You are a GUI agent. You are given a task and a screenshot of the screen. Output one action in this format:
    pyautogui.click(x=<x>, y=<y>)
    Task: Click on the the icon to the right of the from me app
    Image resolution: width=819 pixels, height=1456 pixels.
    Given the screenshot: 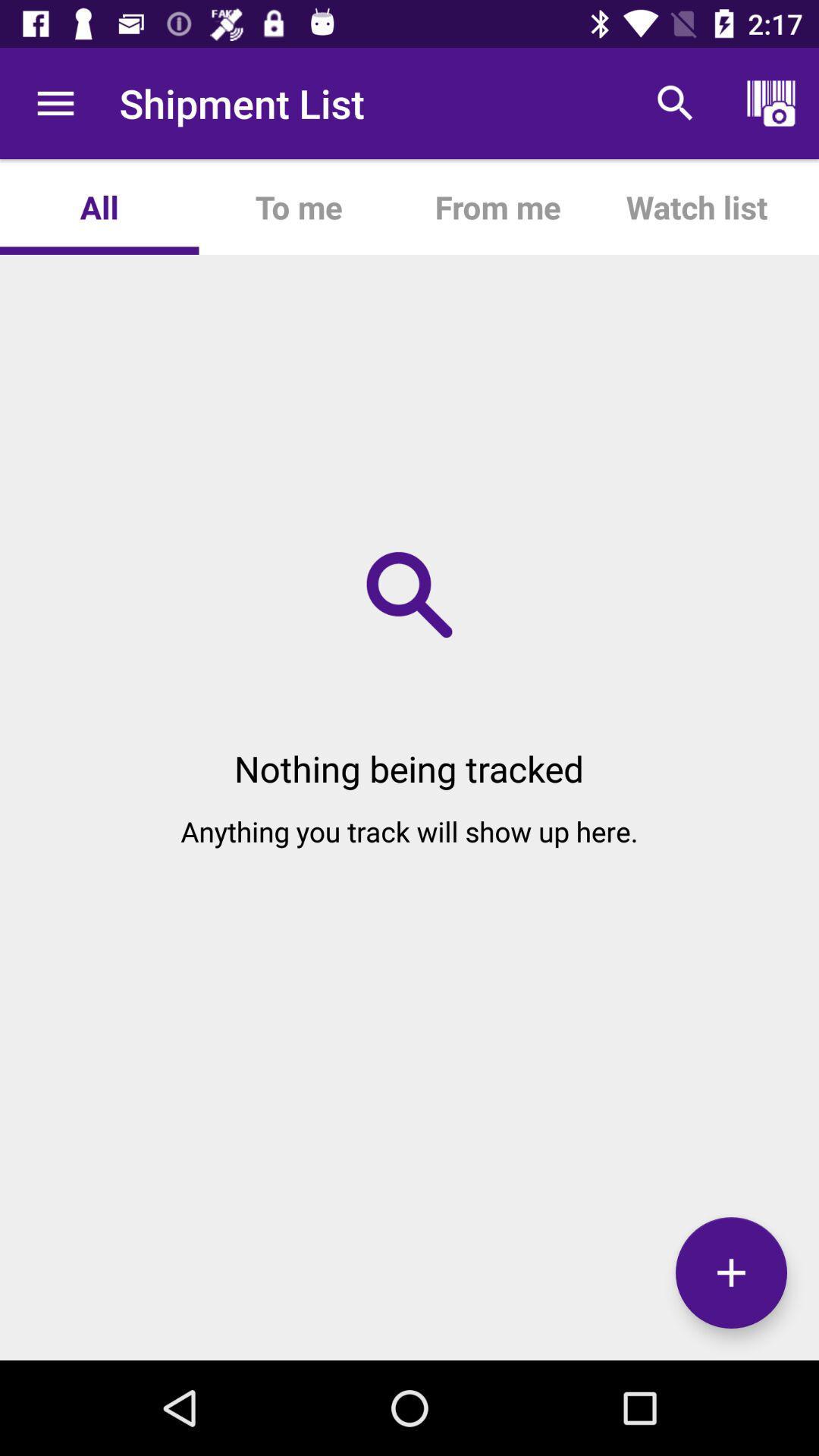 What is the action you would take?
    pyautogui.click(x=696, y=206)
    